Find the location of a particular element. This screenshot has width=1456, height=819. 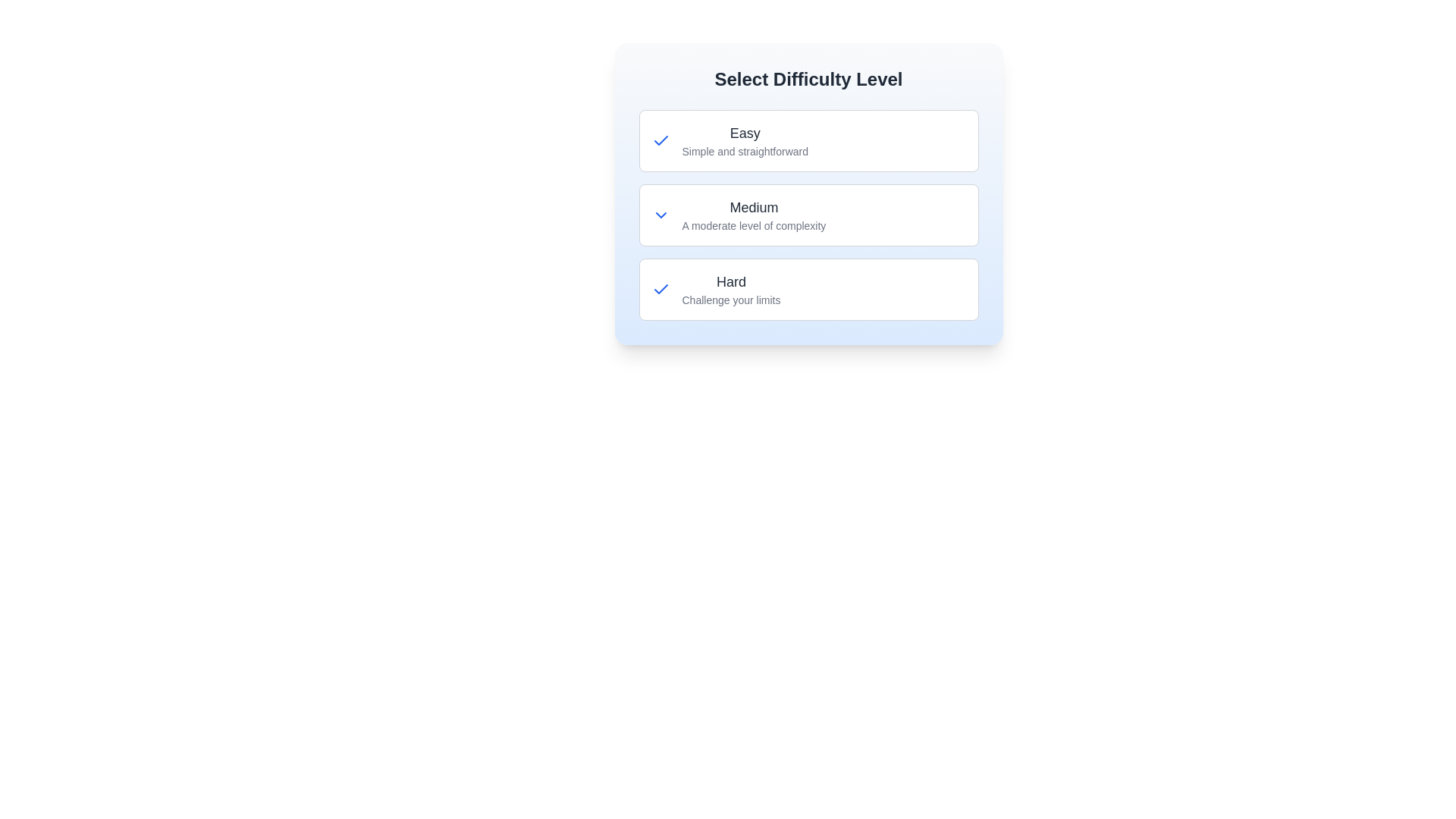

the descriptive subtitle Text label for the 'Easy' difficulty option, which is aligned left beneath the 'Easy' label in the difficulty selection list is located at coordinates (745, 152).